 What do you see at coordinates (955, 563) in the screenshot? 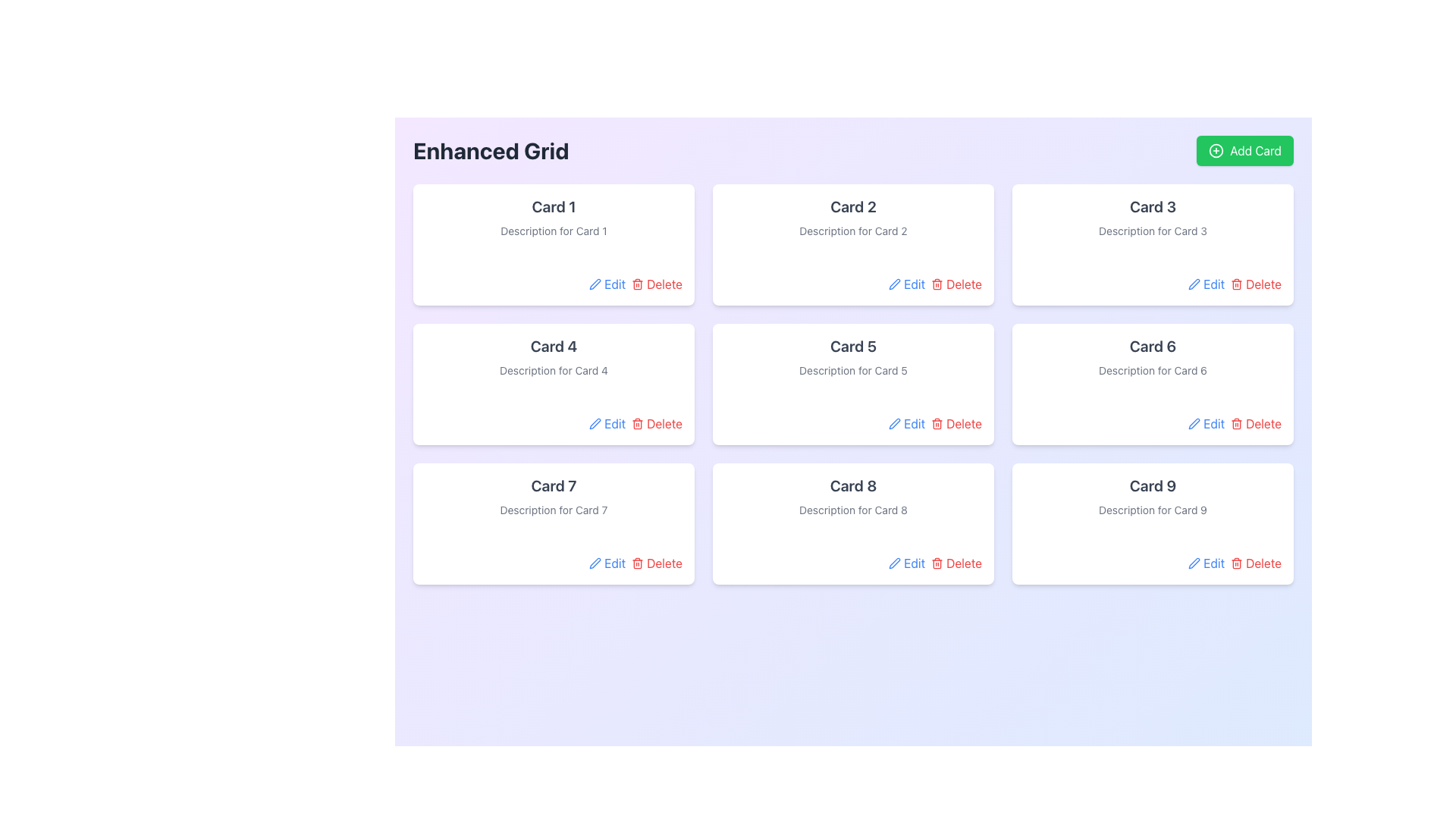
I see `the 'Delete' button, which is styled with red text and a trash can icon, located at the bottom-right of 'Card 8'` at bounding box center [955, 563].